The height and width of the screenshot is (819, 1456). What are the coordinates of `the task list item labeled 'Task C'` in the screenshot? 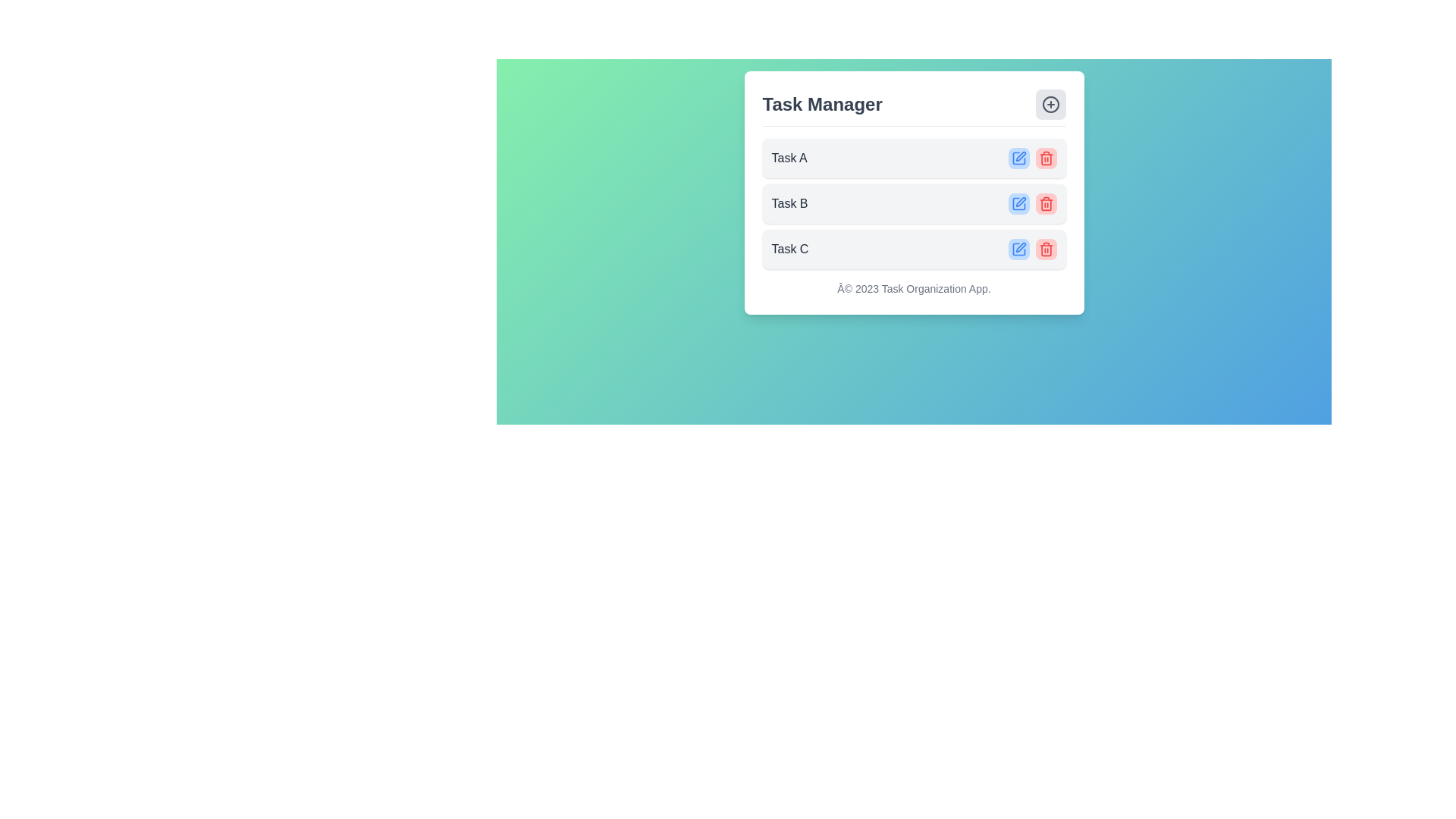 It's located at (913, 248).